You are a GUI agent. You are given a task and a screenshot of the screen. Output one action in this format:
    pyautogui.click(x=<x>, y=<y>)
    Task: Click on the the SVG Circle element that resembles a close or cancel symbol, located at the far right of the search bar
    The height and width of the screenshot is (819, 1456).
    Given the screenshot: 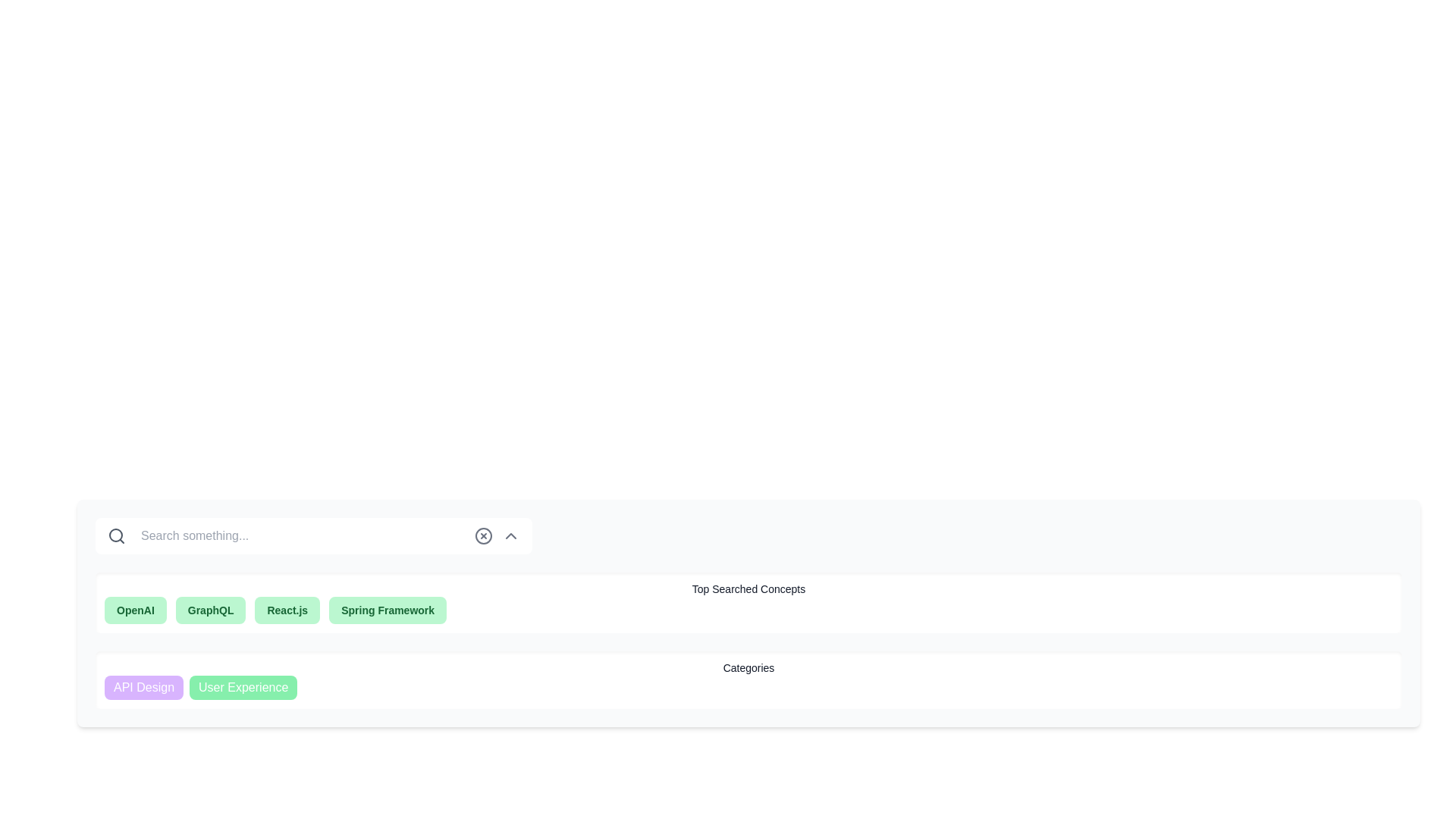 What is the action you would take?
    pyautogui.click(x=483, y=535)
    